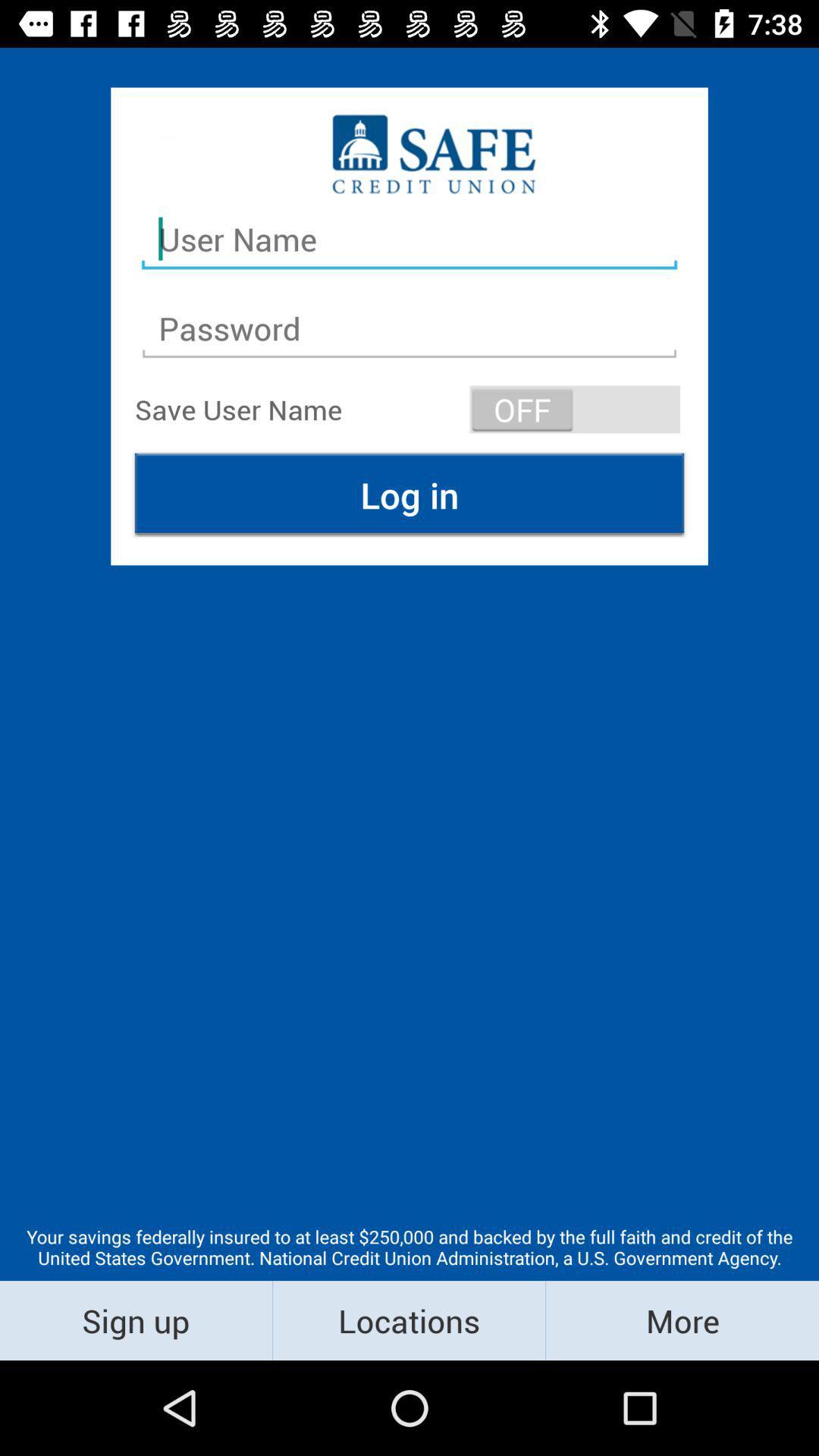 This screenshot has height=1456, width=819. What do you see at coordinates (575, 409) in the screenshot?
I see `the item above log in icon` at bounding box center [575, 409].